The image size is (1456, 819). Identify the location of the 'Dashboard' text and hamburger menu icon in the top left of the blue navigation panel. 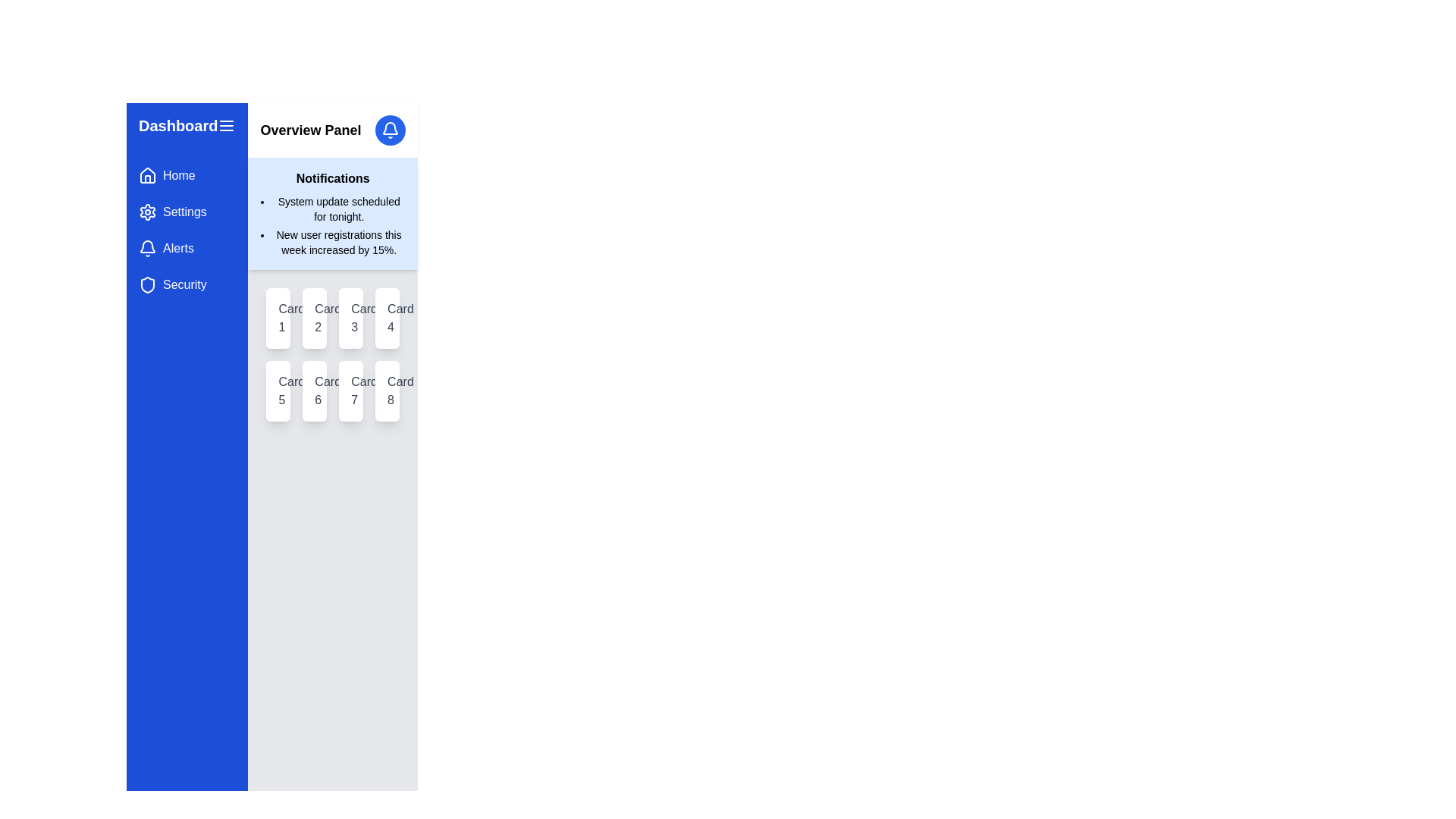
(187, 124).